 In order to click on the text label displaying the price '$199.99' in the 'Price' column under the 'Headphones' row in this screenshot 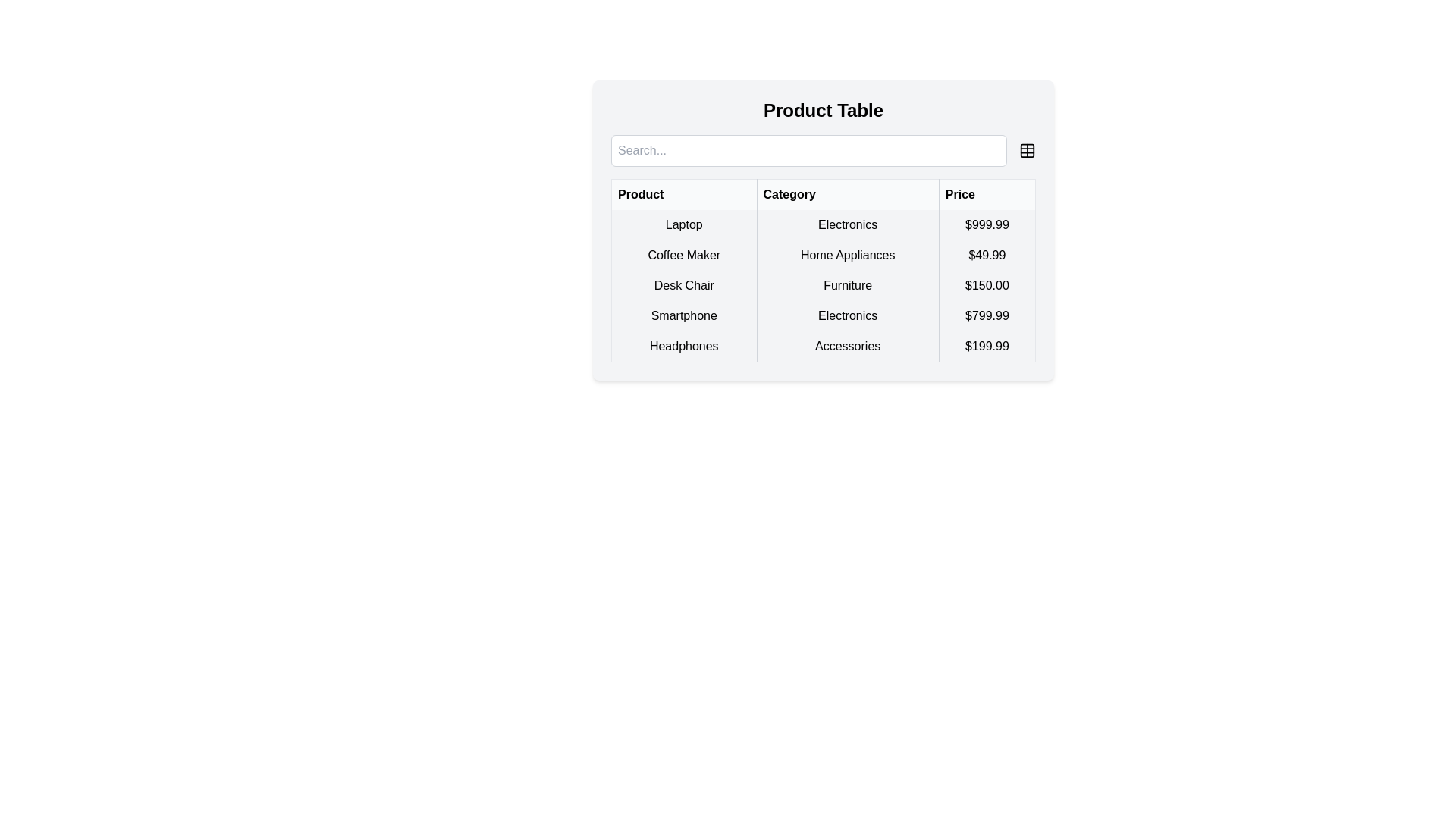, I will do `click(987, 347)`.